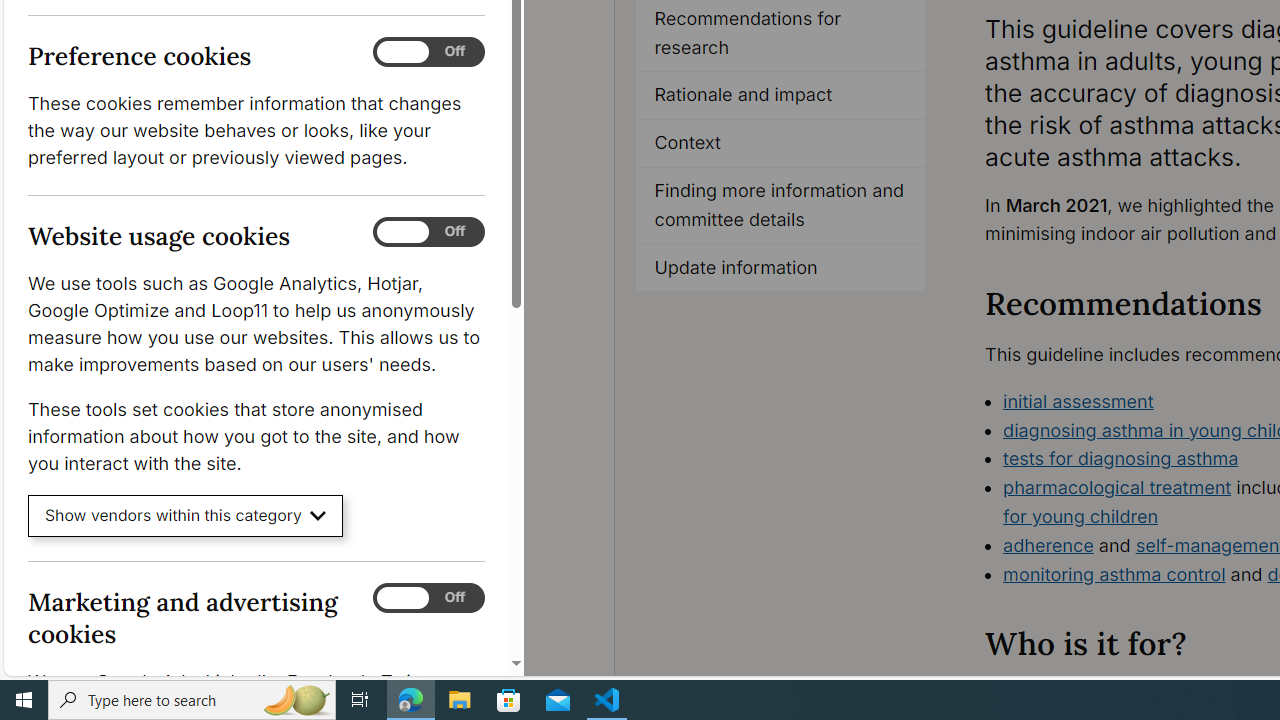  What do you see at coordinates (779, 143) in the screenshot?
I see `'Context'` at bounding box center [779, 143].